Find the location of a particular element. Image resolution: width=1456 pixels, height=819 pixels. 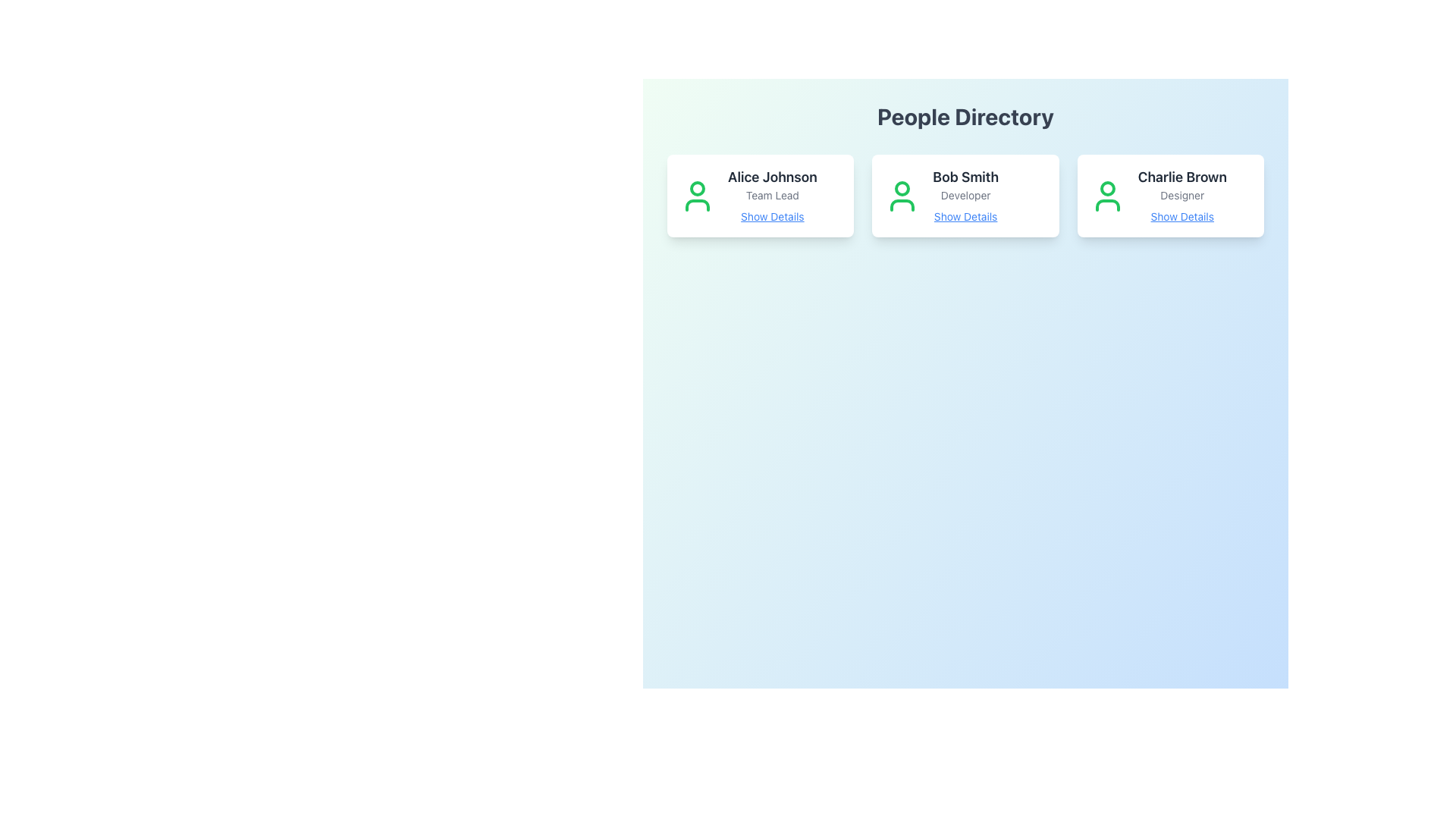

the user profile SVG icon, which is a green outline of a person, located in the card labeled 'Charlie Brown Designer Show Details' to the left of the text 'Charlie Brown' is located at coordinates (1107, 195).